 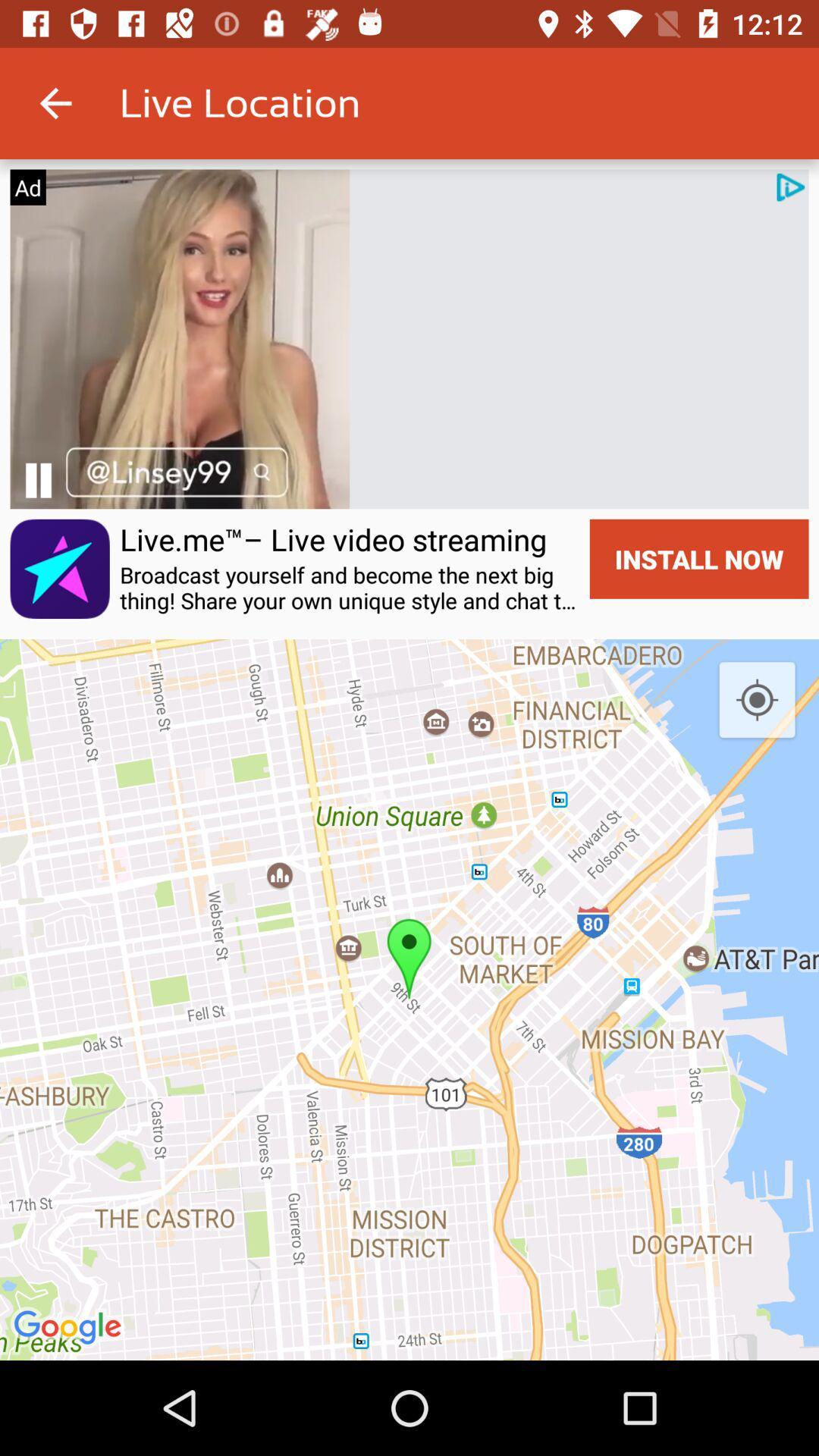 I want to click on item next to live me live, so click(x=59, y=568).